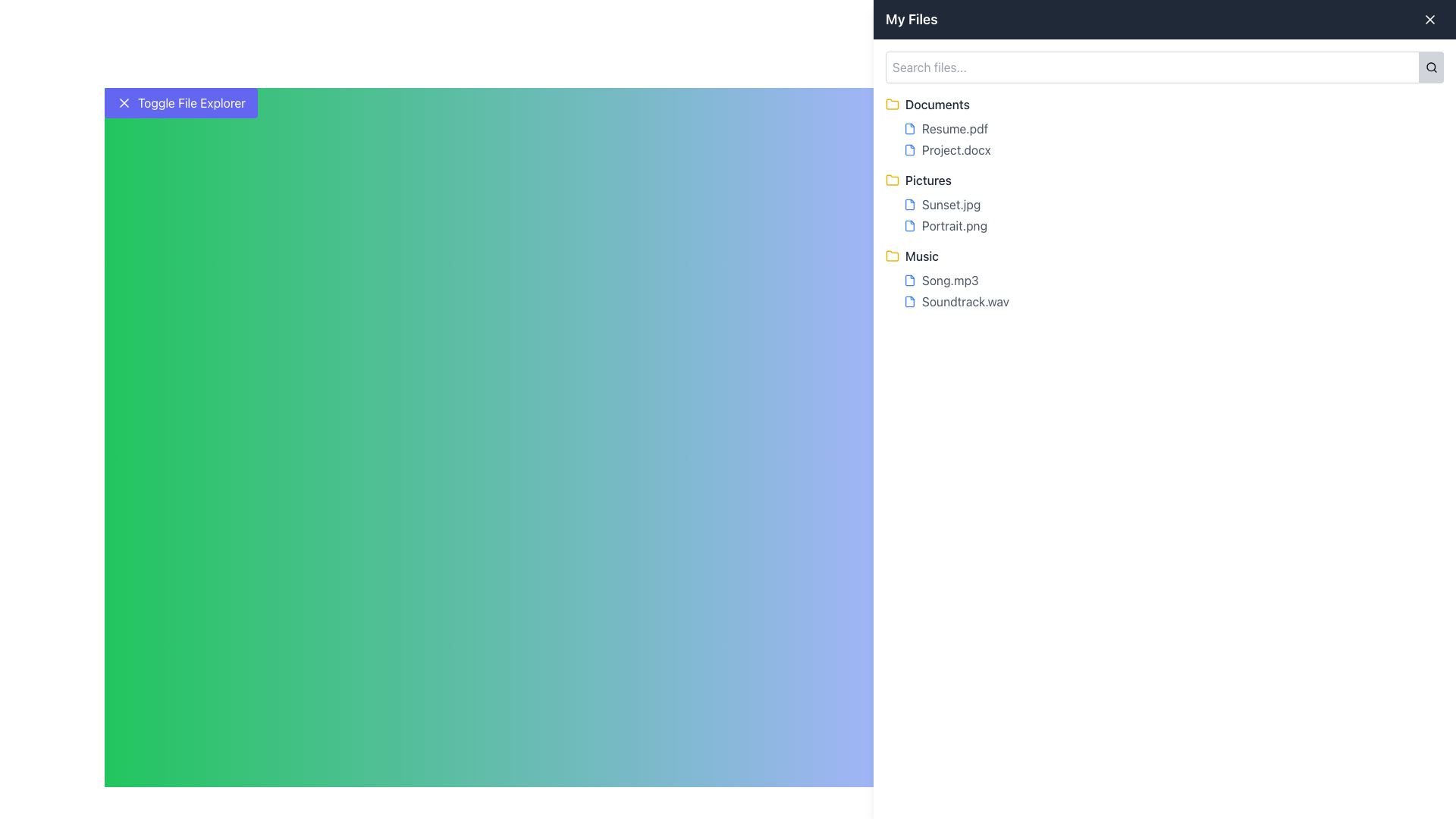 The width and height of the screenshot is (1456, 819). I want to click on the diagonal line of the 'X' icon in the top-right corner of the interface, which is part of a close button, so click(1429, 20).